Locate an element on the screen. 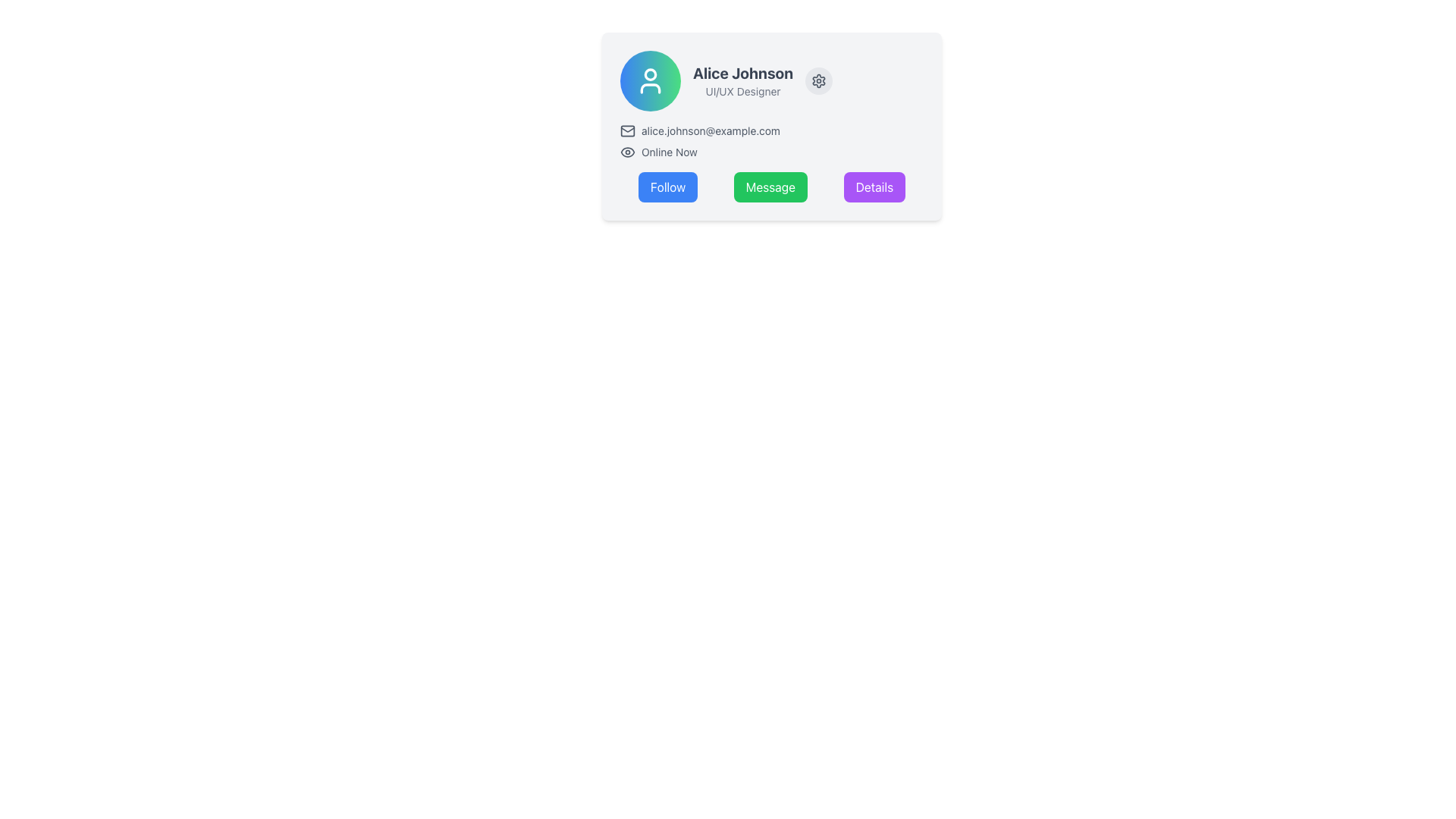 This screenshot has width=1456, height=819. the settings icon button located at the top right of Alice Johnson's profile card to change its background color is located at coordinates (818, 81).